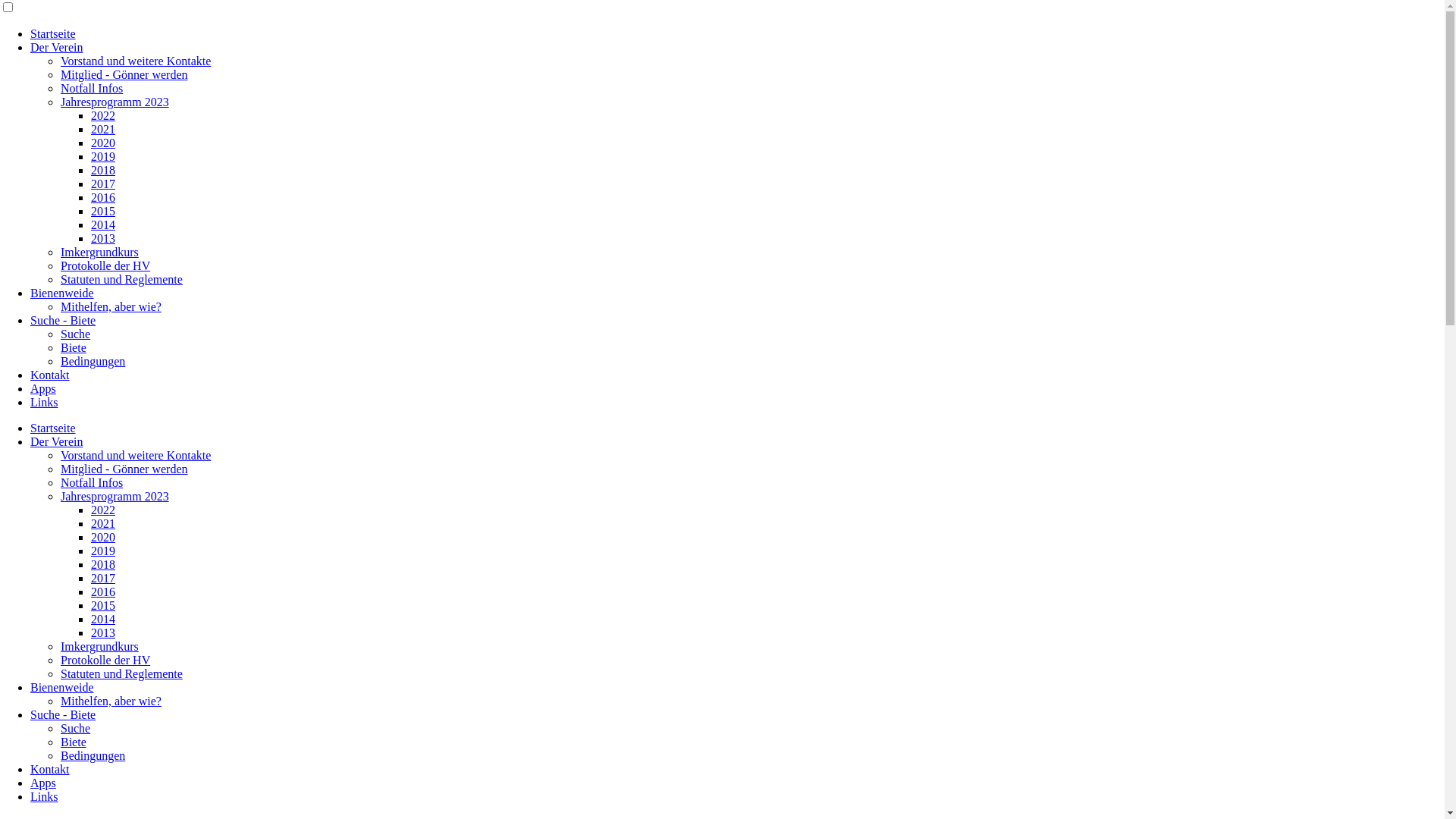 This screenshot has width=1456, height=819. I want to click on 'Bedingungen', so click(92, 755).